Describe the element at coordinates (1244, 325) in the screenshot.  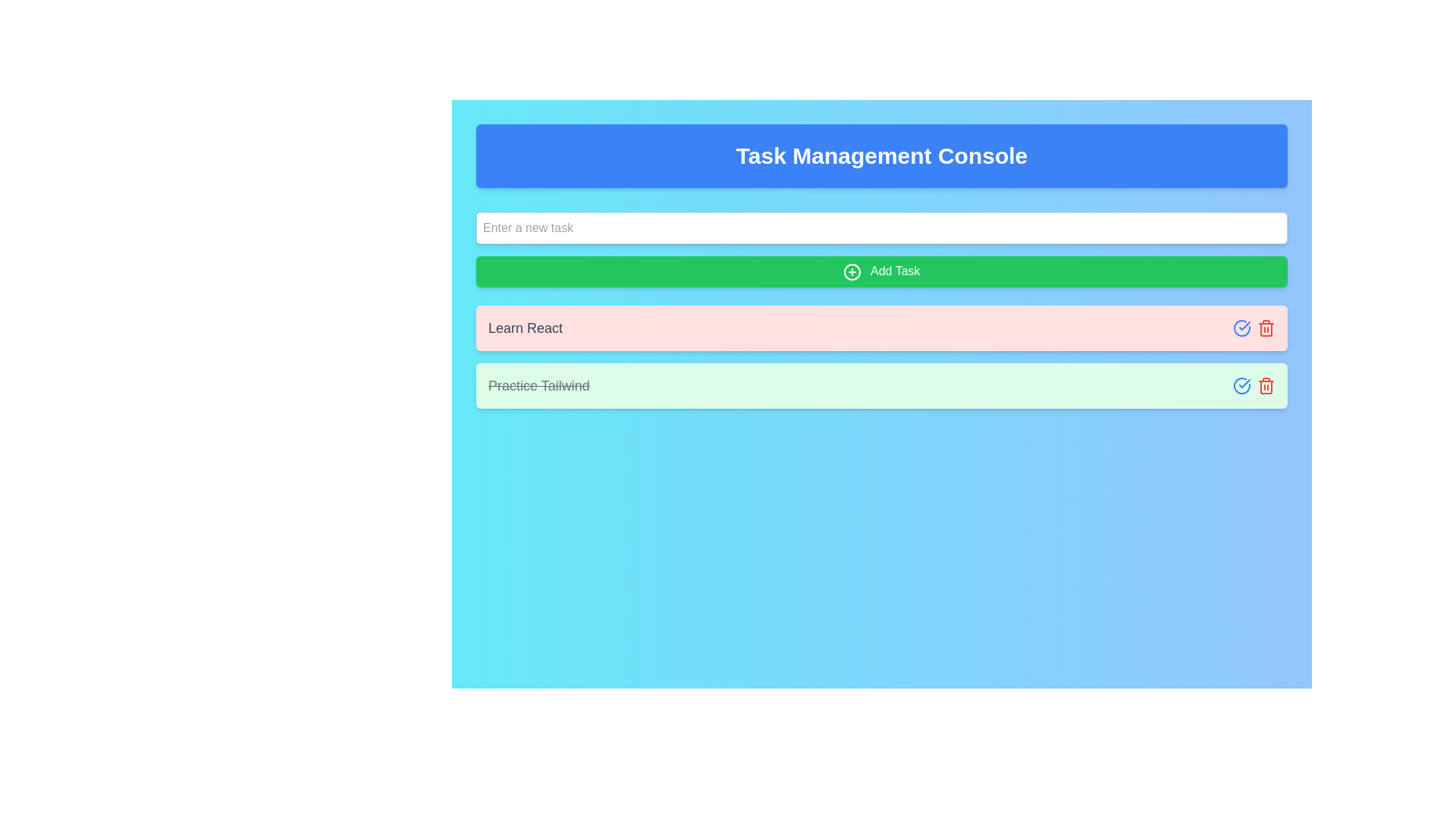
I see `the blue checkmark icon indicating task completion` at that location.